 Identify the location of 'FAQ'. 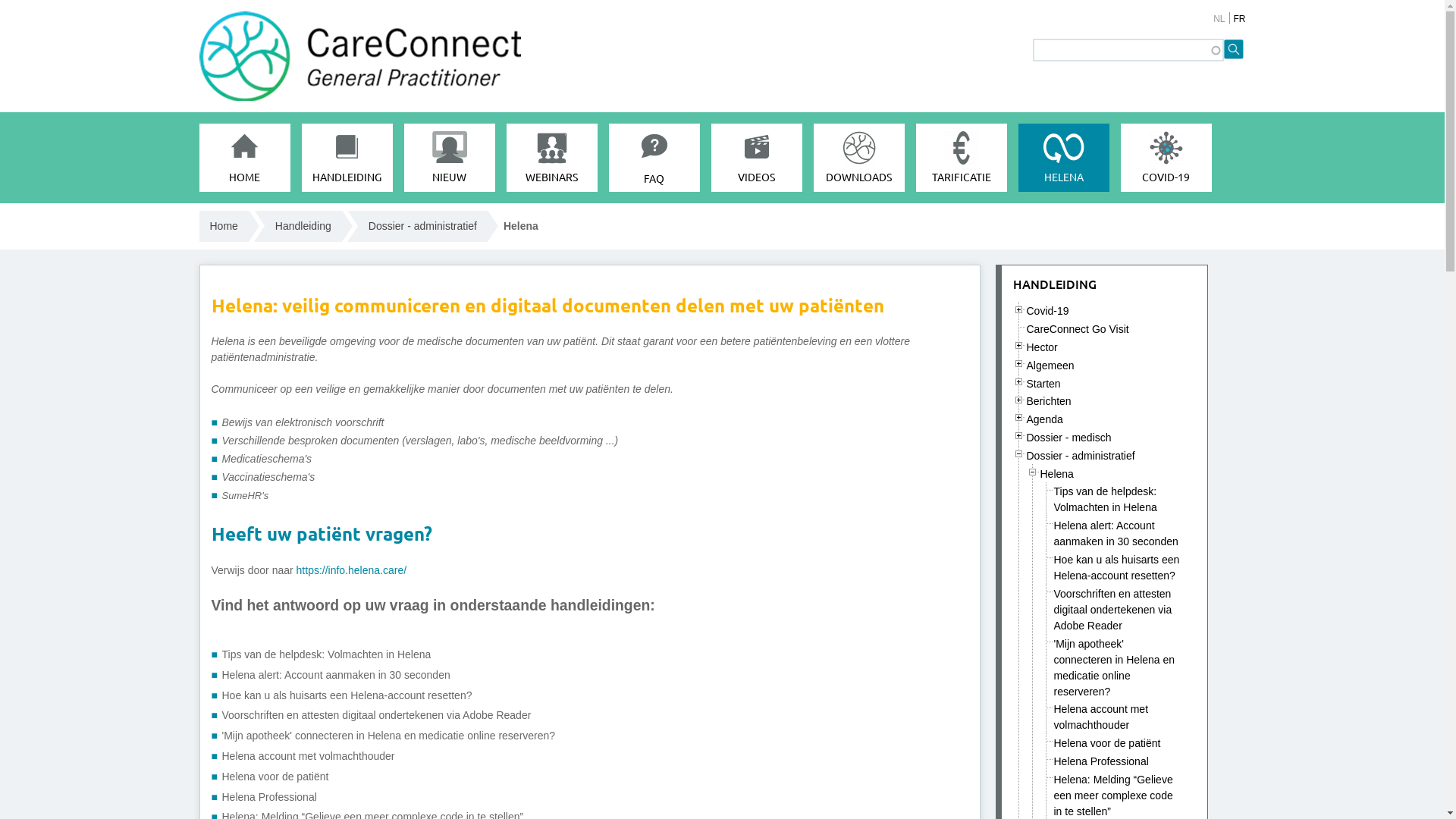
(654, 158).